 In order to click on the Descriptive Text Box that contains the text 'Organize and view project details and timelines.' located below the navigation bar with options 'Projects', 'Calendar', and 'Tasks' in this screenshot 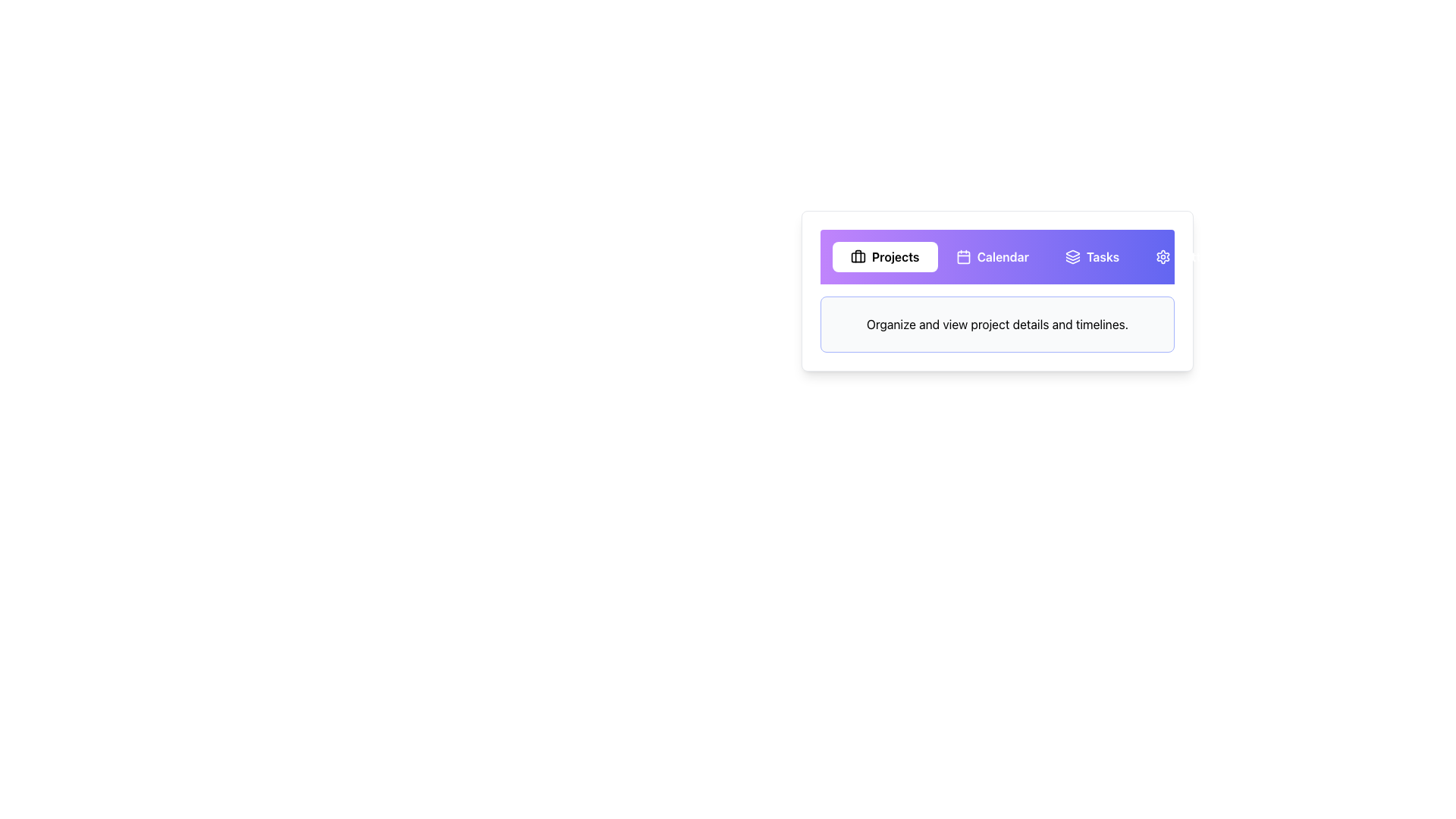, I will do `click(997, 324)`.